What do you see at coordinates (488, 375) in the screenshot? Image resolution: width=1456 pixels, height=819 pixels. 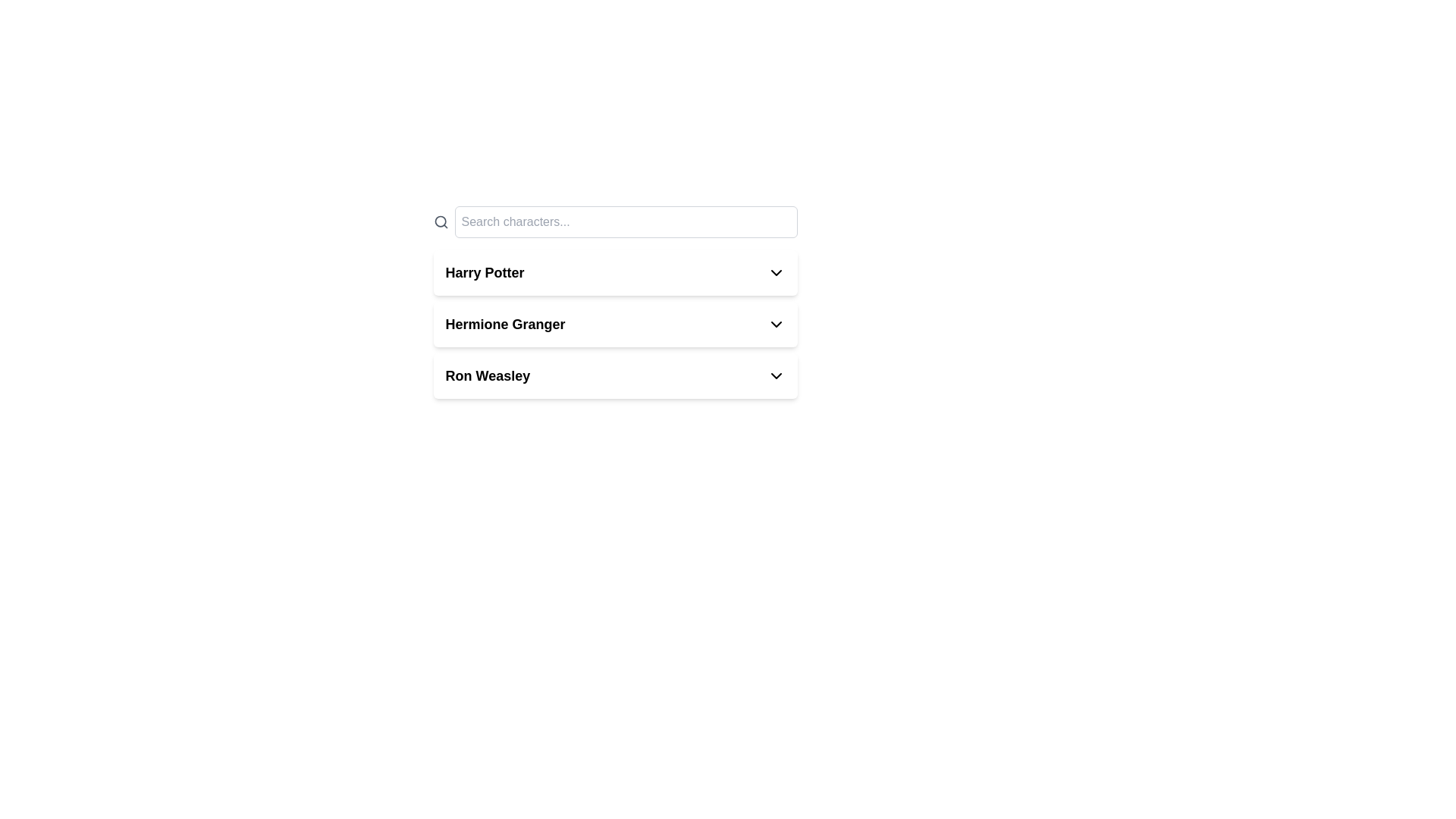 I see `the text label displaying 'Ron Weasley', which is styled as bold and large, positioned below 'Hermione Granger' and above other elements in the list` at bounding box center [488, 375].